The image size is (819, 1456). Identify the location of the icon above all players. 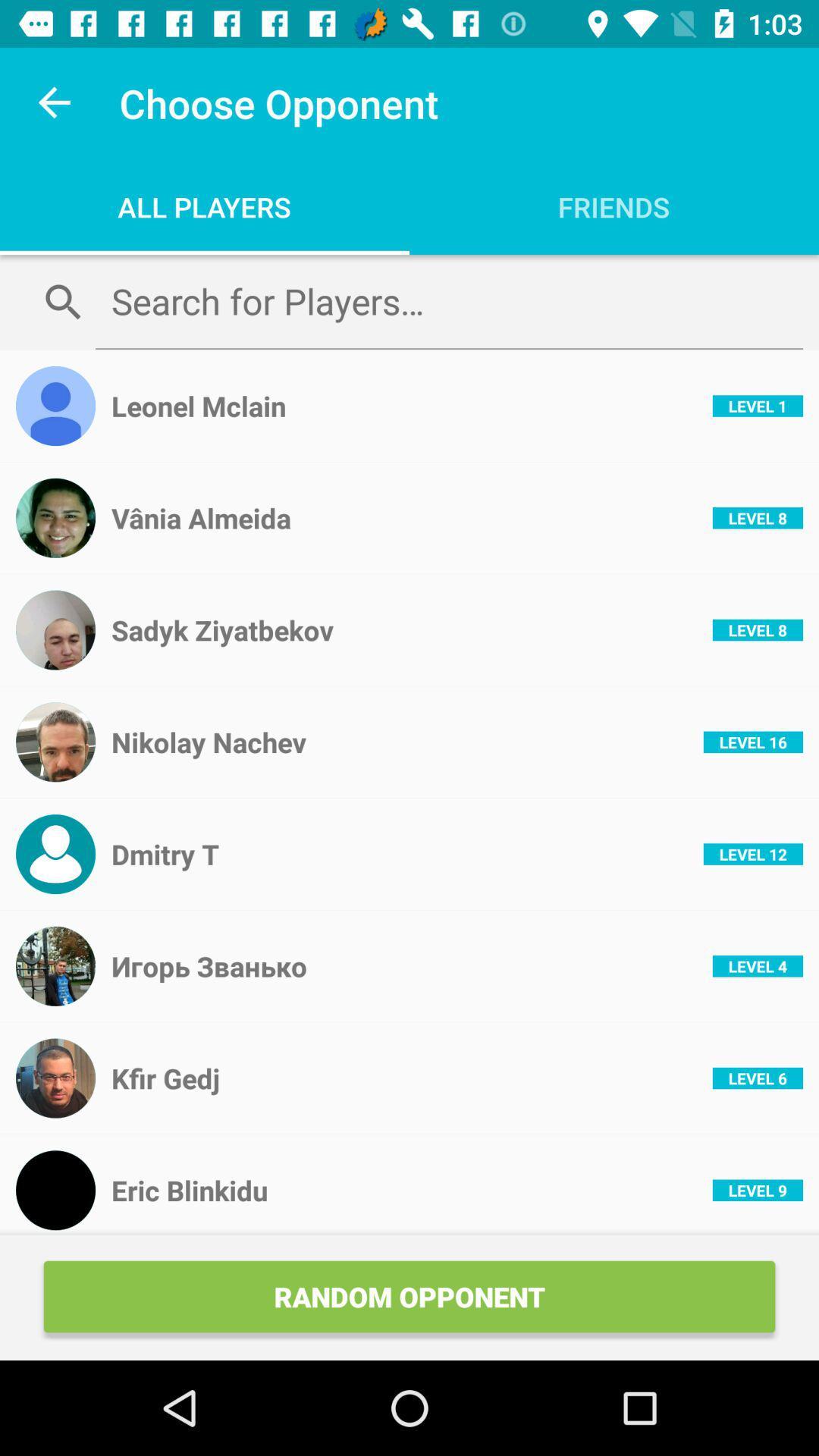
(55, 102).